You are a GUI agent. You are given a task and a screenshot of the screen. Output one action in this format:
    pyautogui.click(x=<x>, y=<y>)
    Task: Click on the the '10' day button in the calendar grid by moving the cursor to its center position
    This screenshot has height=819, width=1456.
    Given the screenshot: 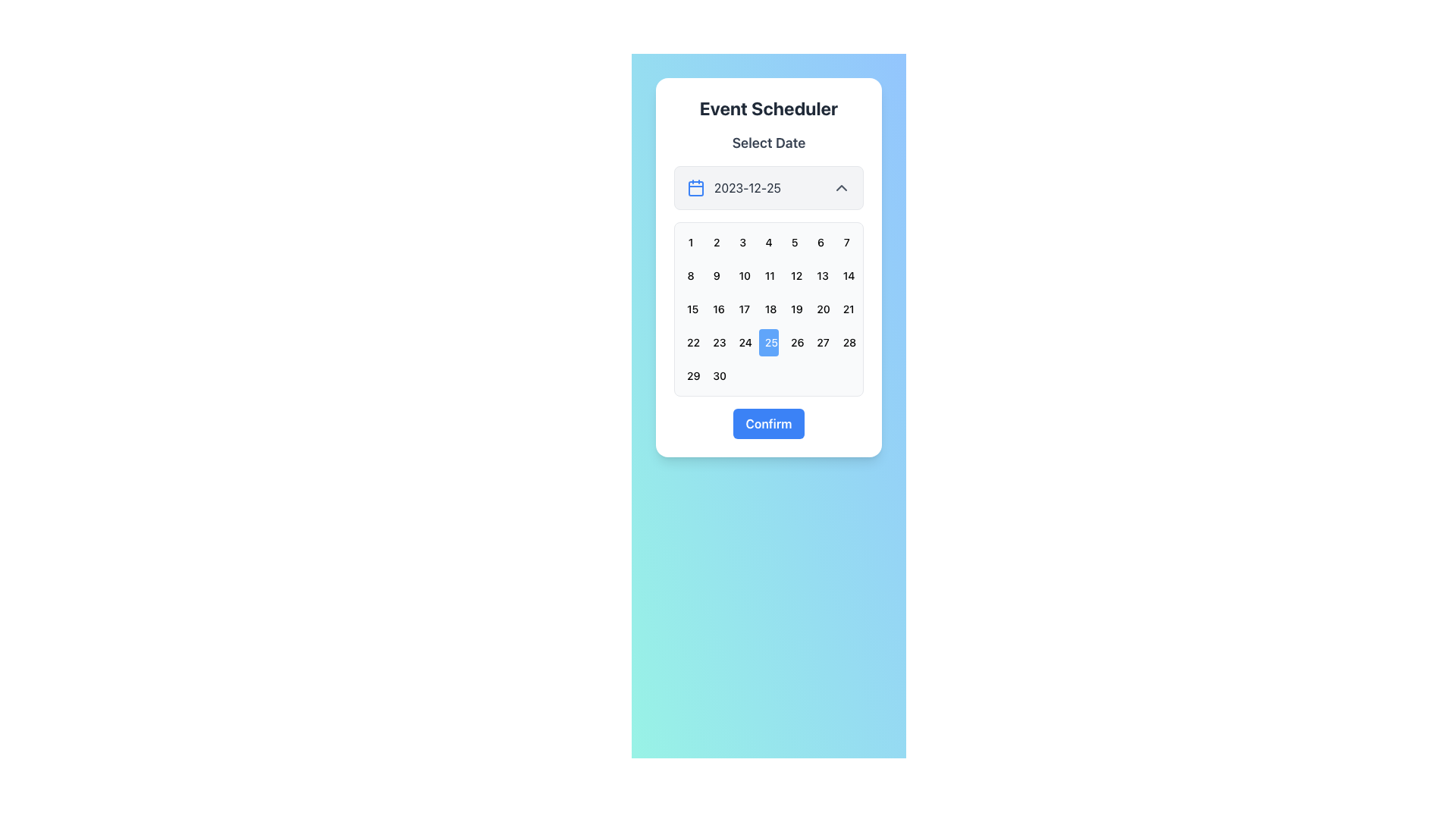 What is the action you would take?
    pyautogui.click(x=742, y=275)
    